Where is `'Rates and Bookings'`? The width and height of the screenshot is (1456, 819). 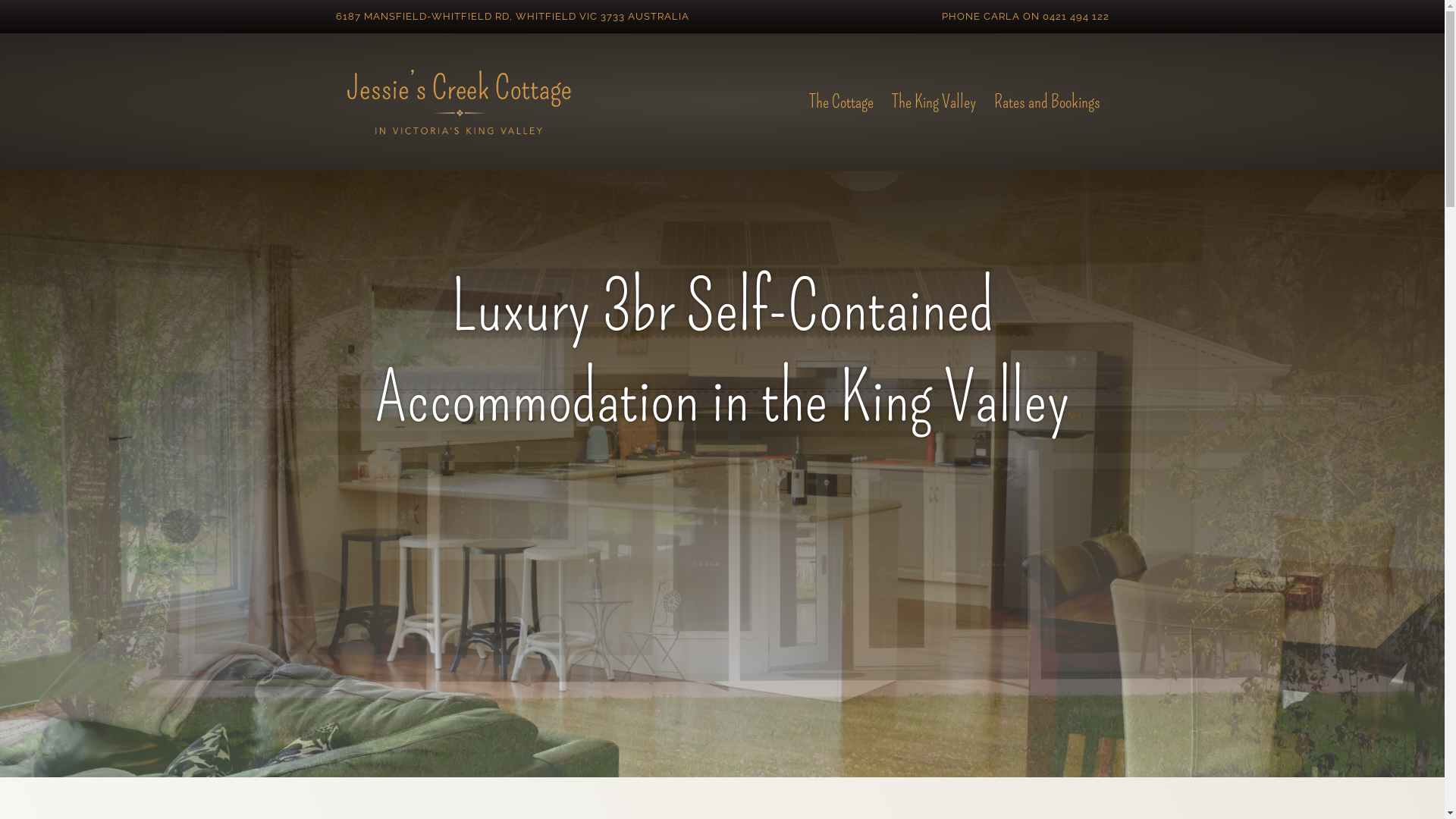
'Rates and Bookings' is located at coordinates (984, 102).